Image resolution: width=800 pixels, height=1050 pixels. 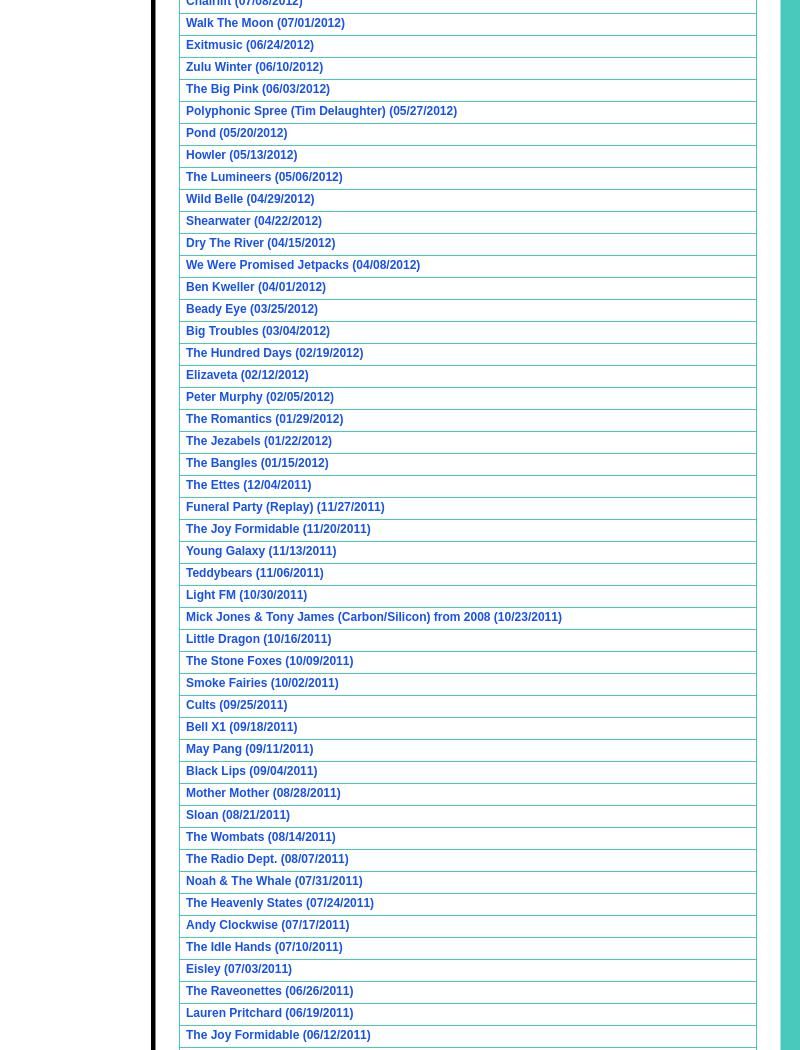 I want to click on 'The Stone Foxes (10/09/2011)', so click(x=185, y=659).